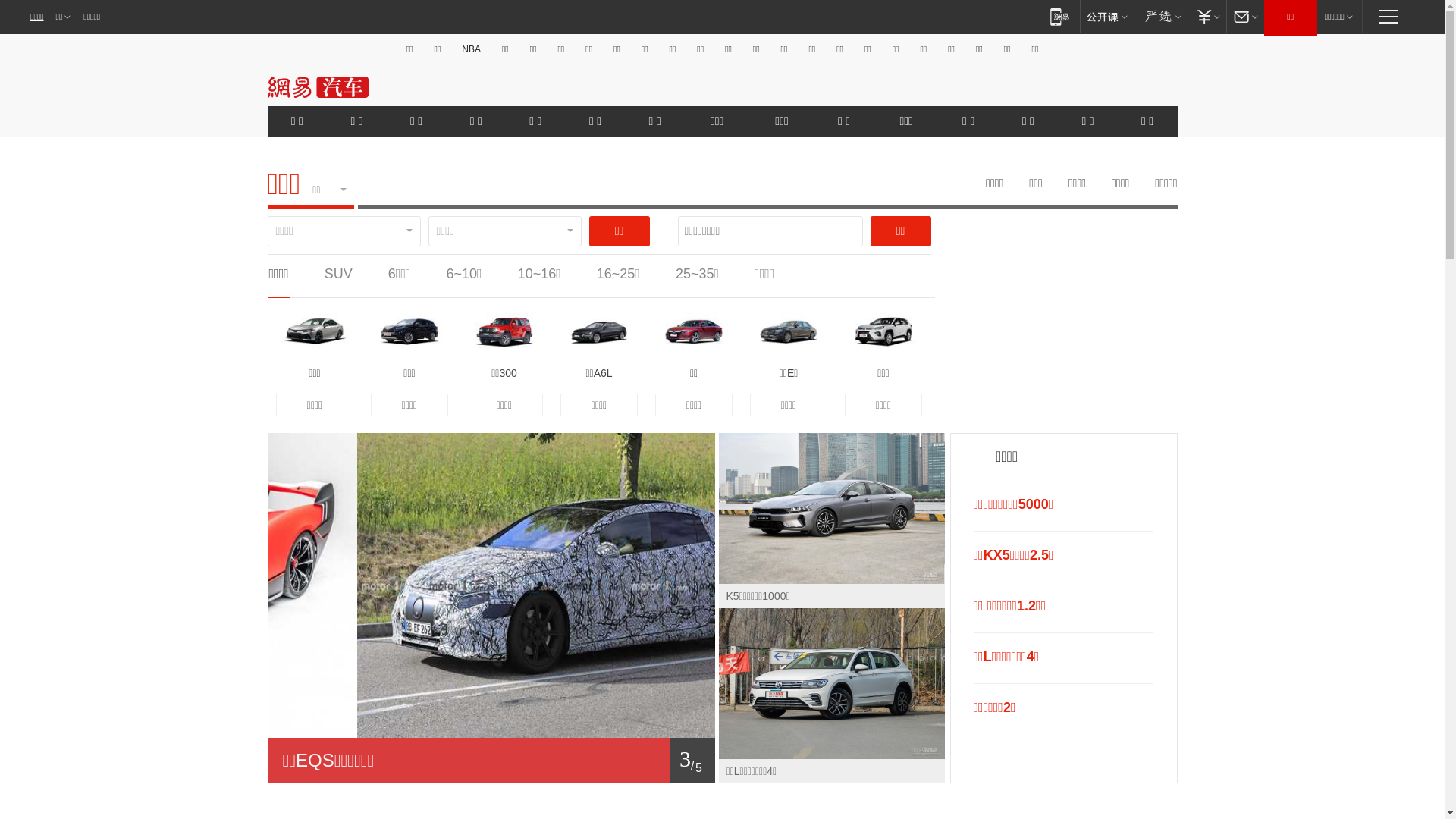 This screenshot has width=1456, height=819. I want to click on 'NBA', so click(457, 49).